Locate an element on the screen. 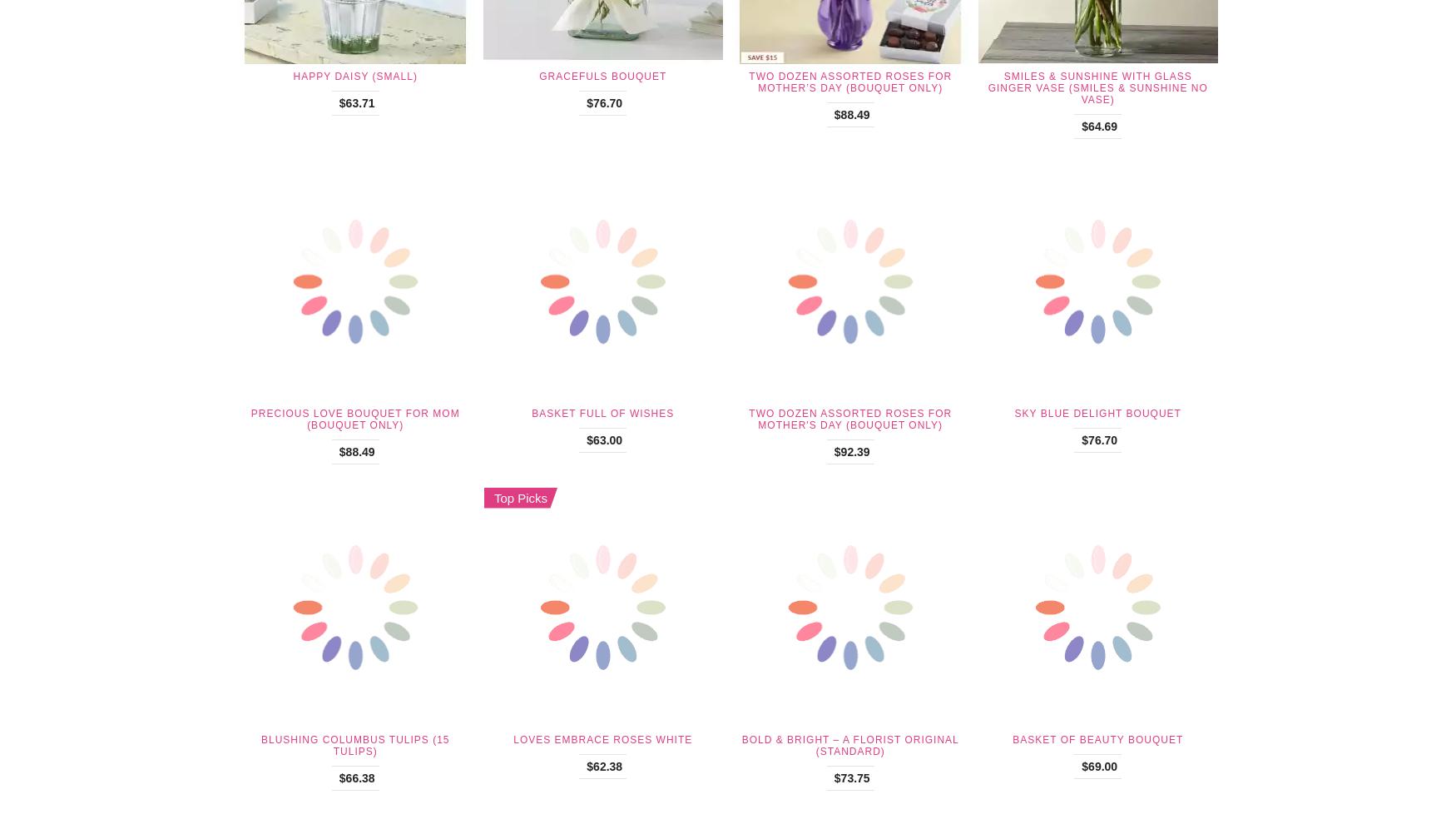 This screenshot has width=1456, height=834. 'Precious Love Bouquet for Mom (Bouquet Only)' is located at coordinates (354, 419).